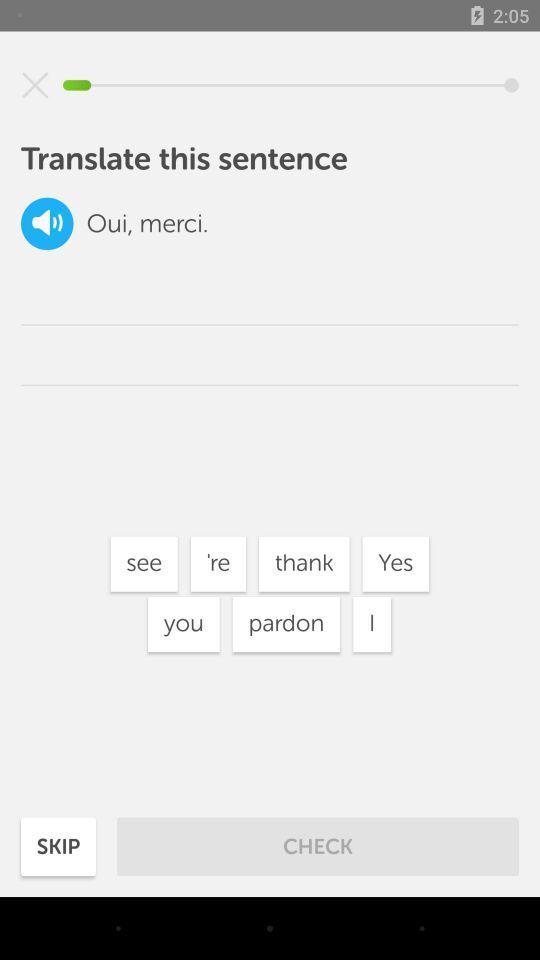 Image resolution: width=540 pixels, height=960 pixels. What do you see at coordinates (35, 85) in the screenshot?
I see `out of this screen` at bounding box center [35, 85].